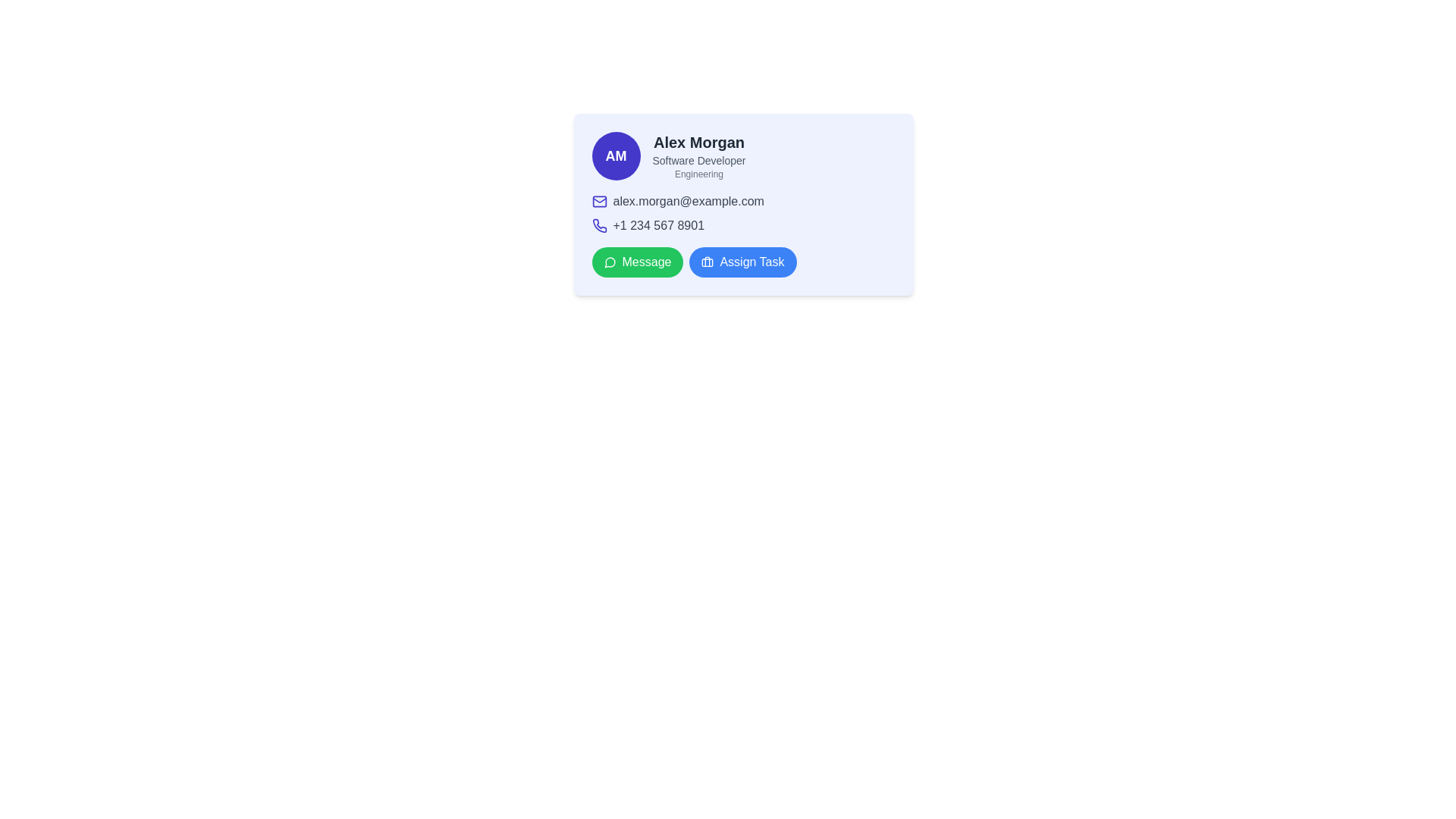 Image resolution: width=1456 pixels, height=819 pixels. What do you see at coordinates (743, 201) in the screenshot?
I see `the email address display element, which is positioned directly under the user's name and role description header` at bounding box center [743, 201].